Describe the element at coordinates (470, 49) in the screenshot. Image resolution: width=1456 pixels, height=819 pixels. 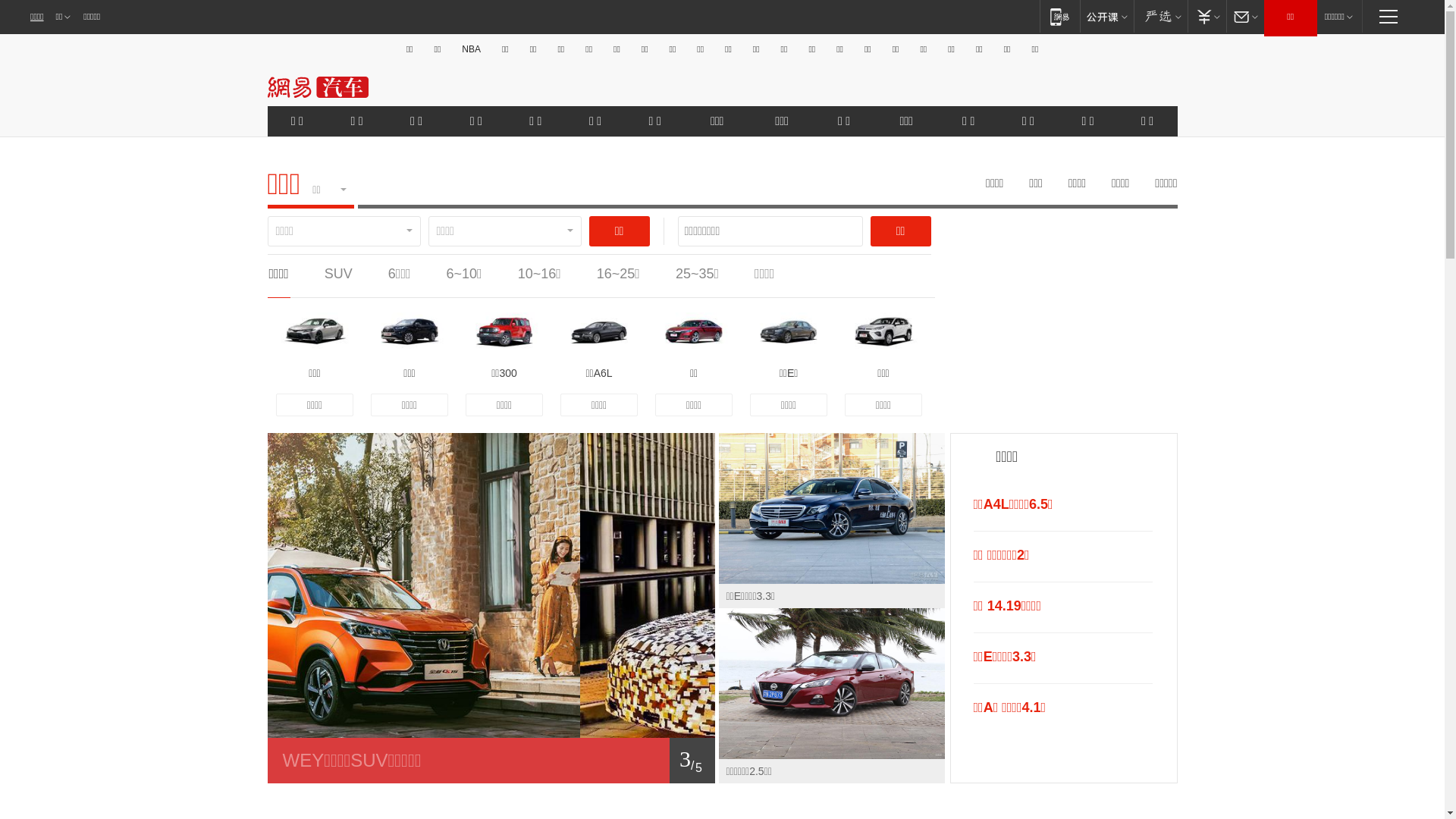
I see `'NBA'` at that location.